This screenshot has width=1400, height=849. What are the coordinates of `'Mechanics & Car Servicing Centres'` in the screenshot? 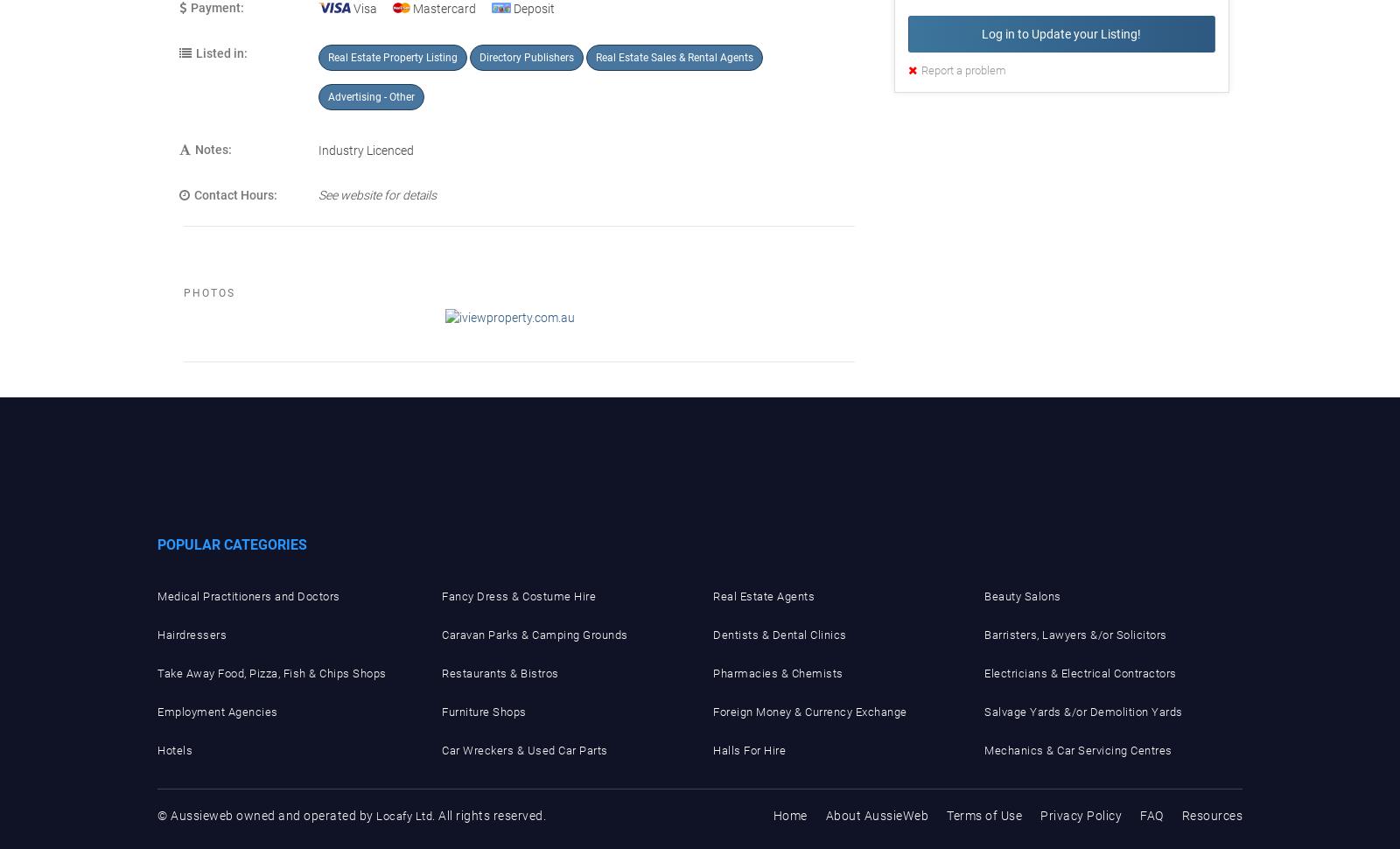 It's located at (1077, 749).